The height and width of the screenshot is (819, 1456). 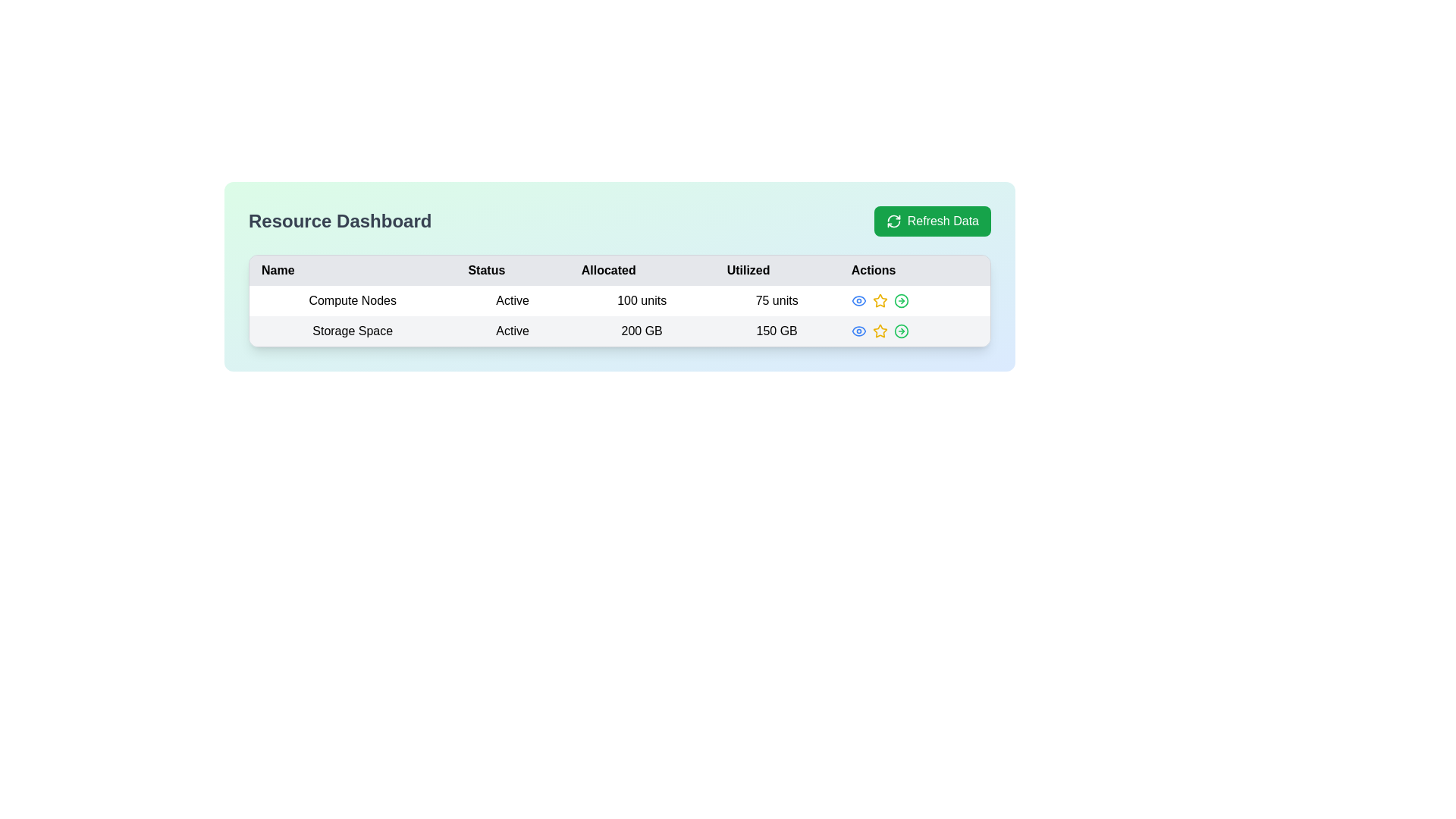 I want to click on the 'Allocated' text label displaying '100 units' for 'Compute Nodes' in the dashboard's tabular structure, so click(x=642, y=301).